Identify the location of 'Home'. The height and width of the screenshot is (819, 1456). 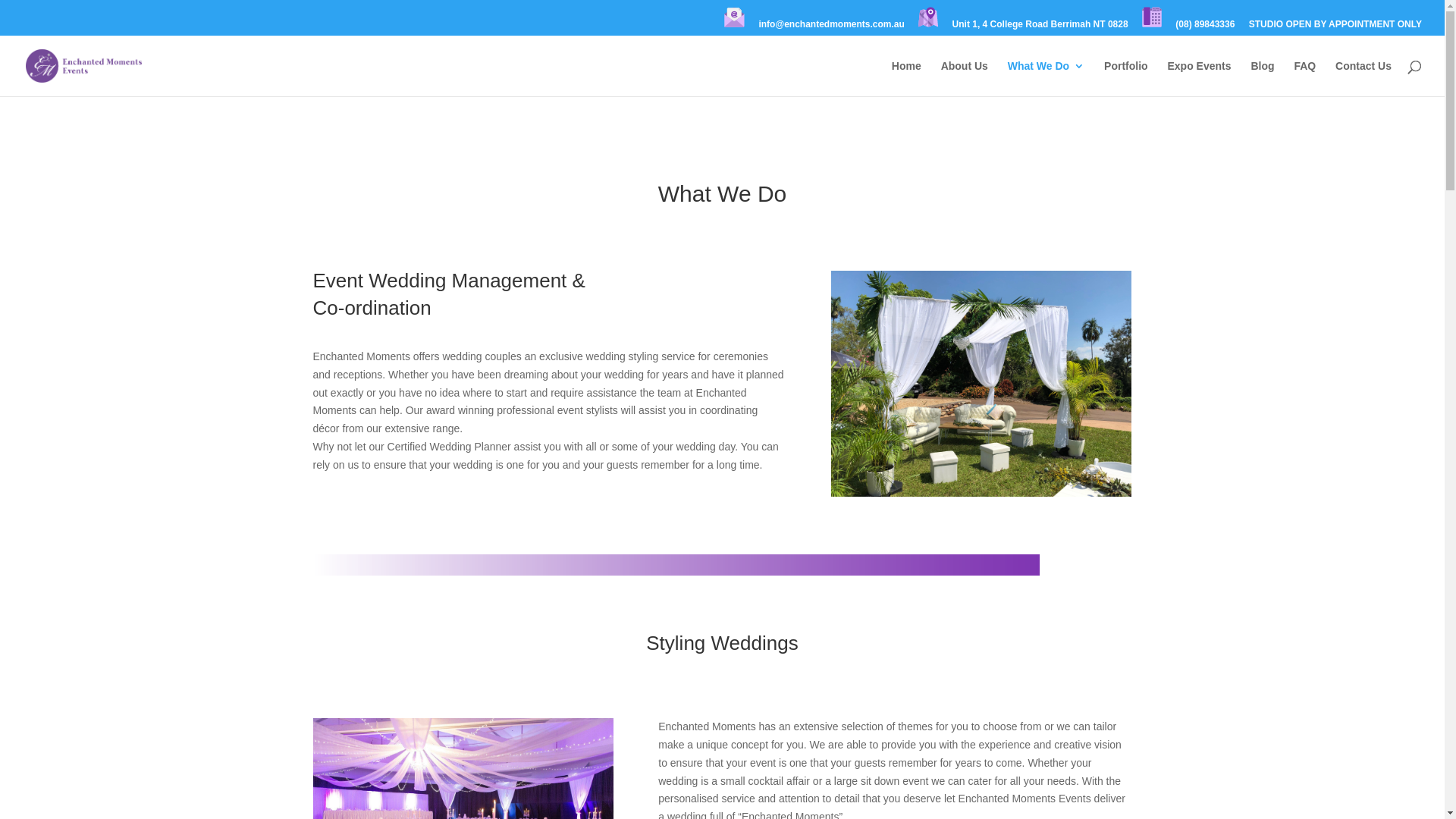
(906, 78).